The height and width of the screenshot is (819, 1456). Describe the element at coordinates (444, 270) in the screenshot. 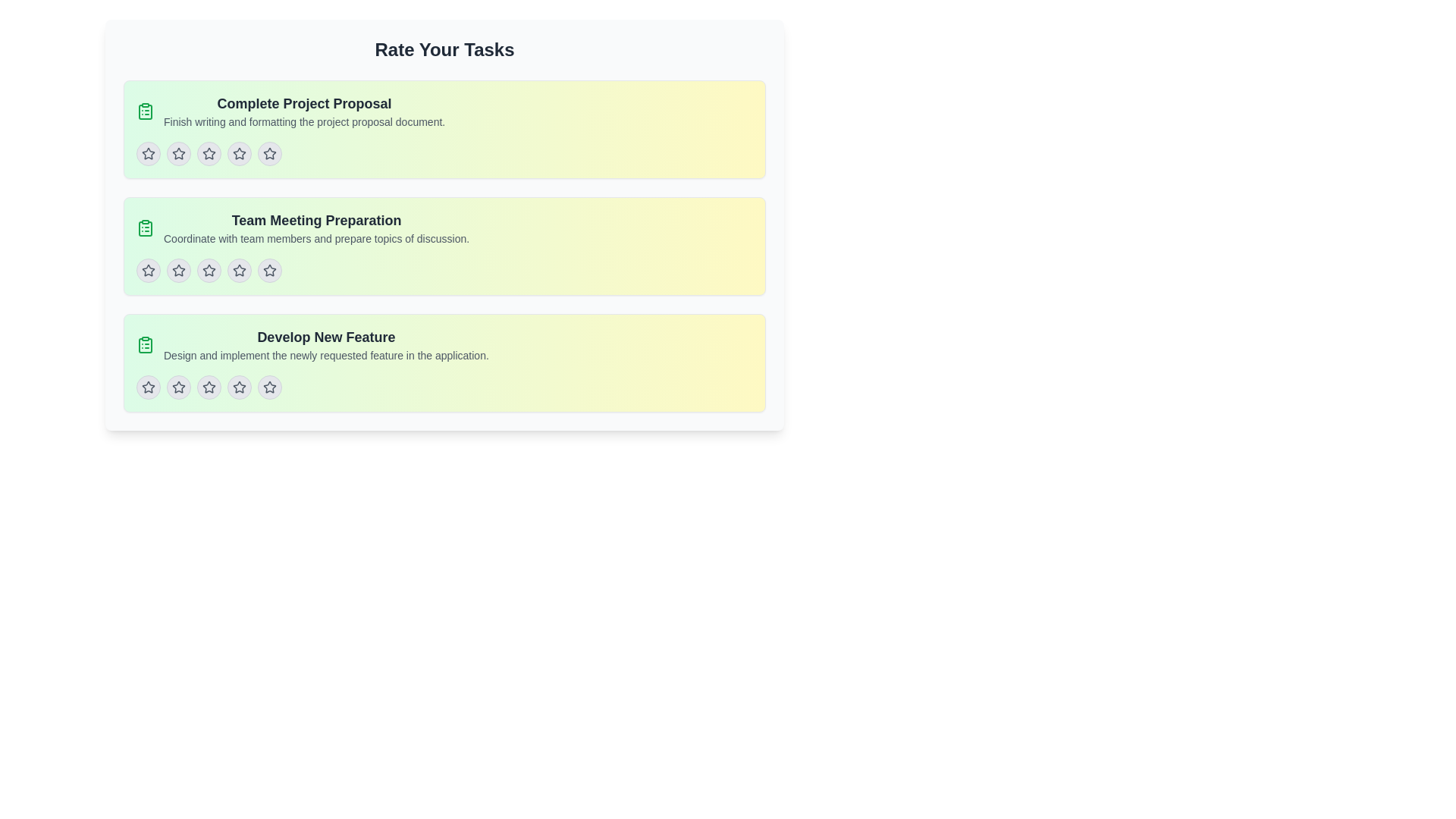

I see `rating component for 'Team Meeting Preparation', which is the second rating bar beneath the task title` at that location.